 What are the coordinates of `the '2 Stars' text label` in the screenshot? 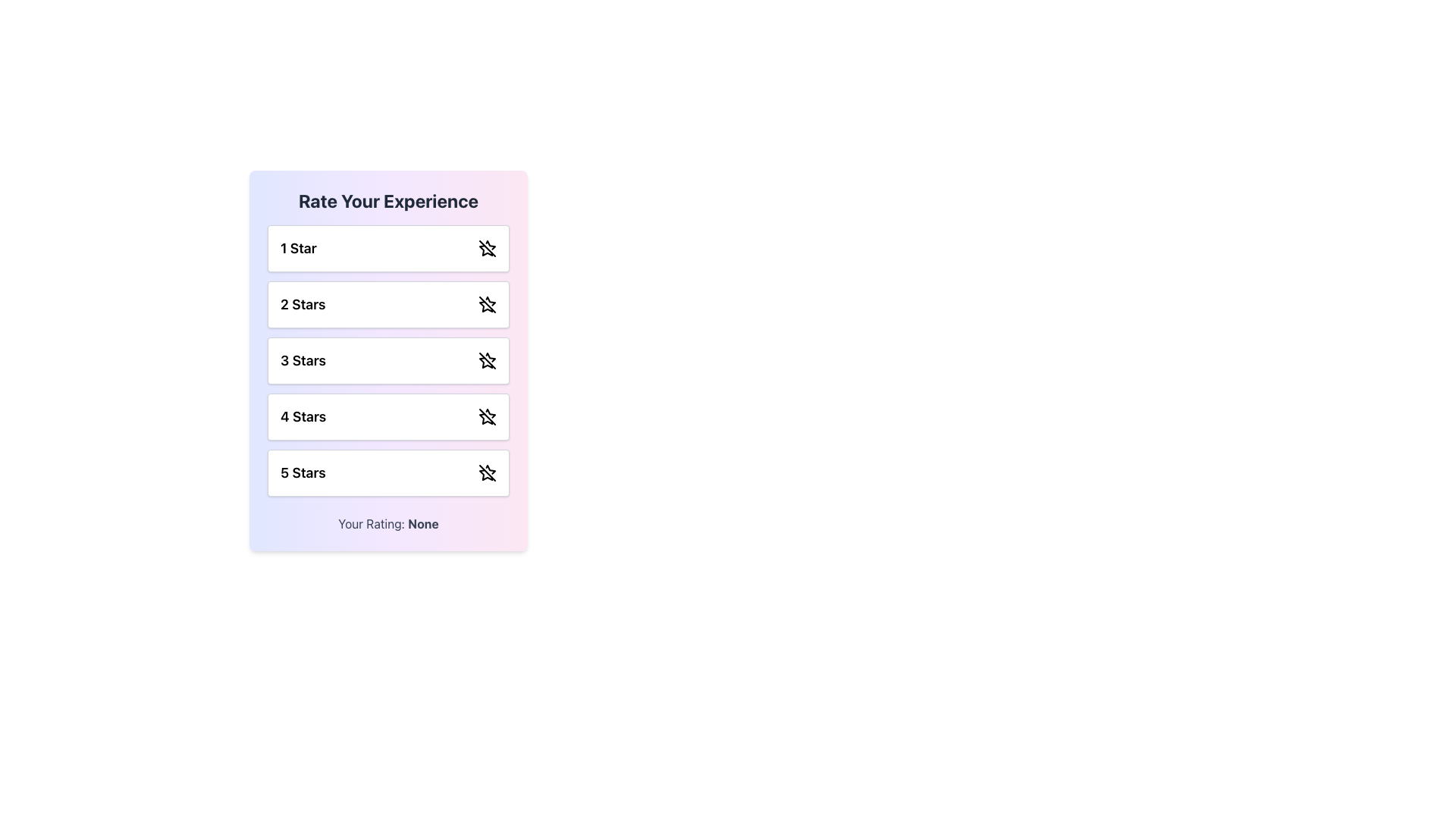 It's located at (303, 304).